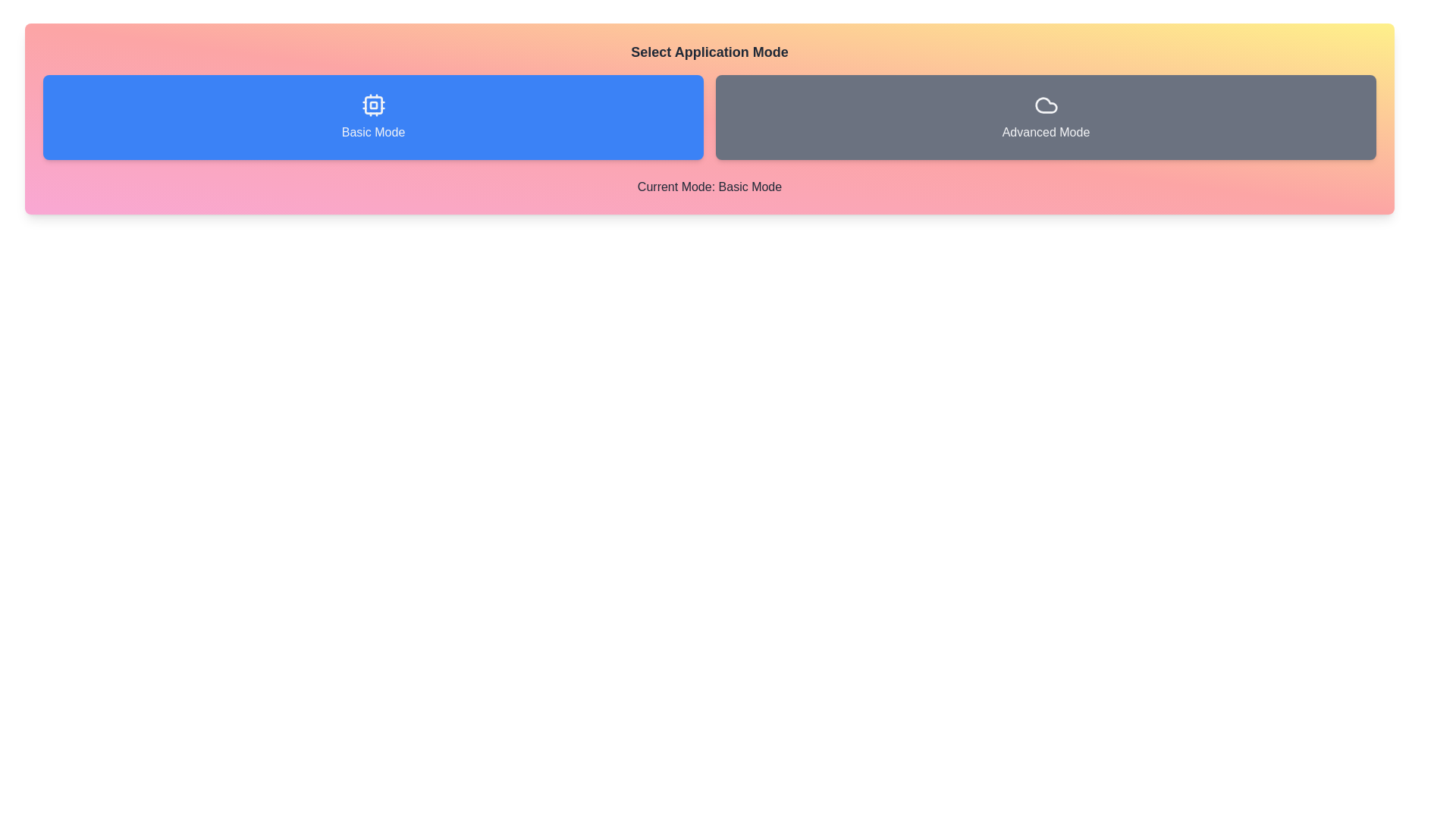 The height and width of the screenshot is (819, 1456). Describe the element at coordinates (1045, 116) in the screenshot. I see `the button corresponding to Advanced Mode mode` at that location.